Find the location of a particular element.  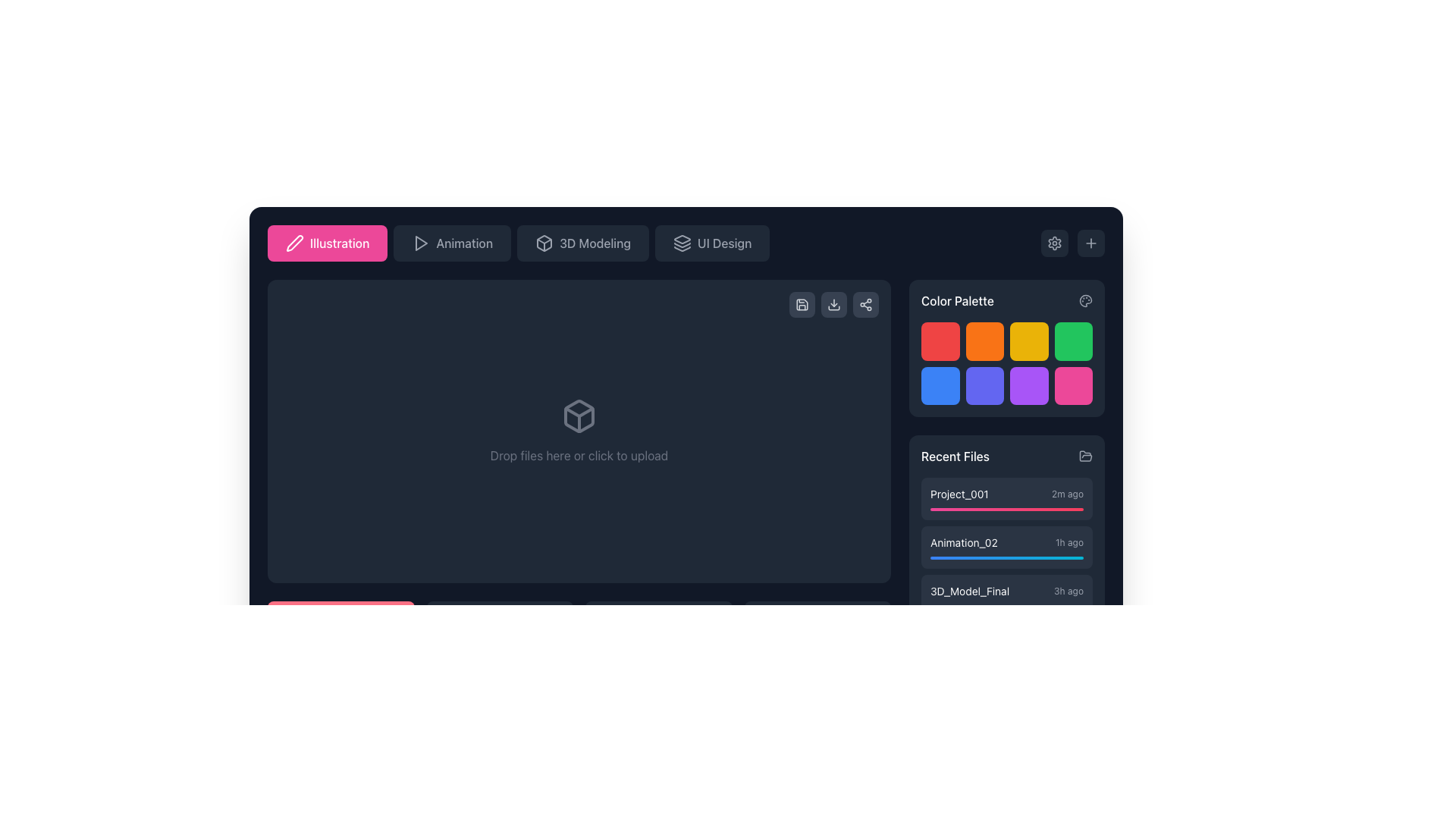

the pink color selection button located in the bottom-right corner of the color palette grid to activate the hover effect is located at coordinates (1072, 384).